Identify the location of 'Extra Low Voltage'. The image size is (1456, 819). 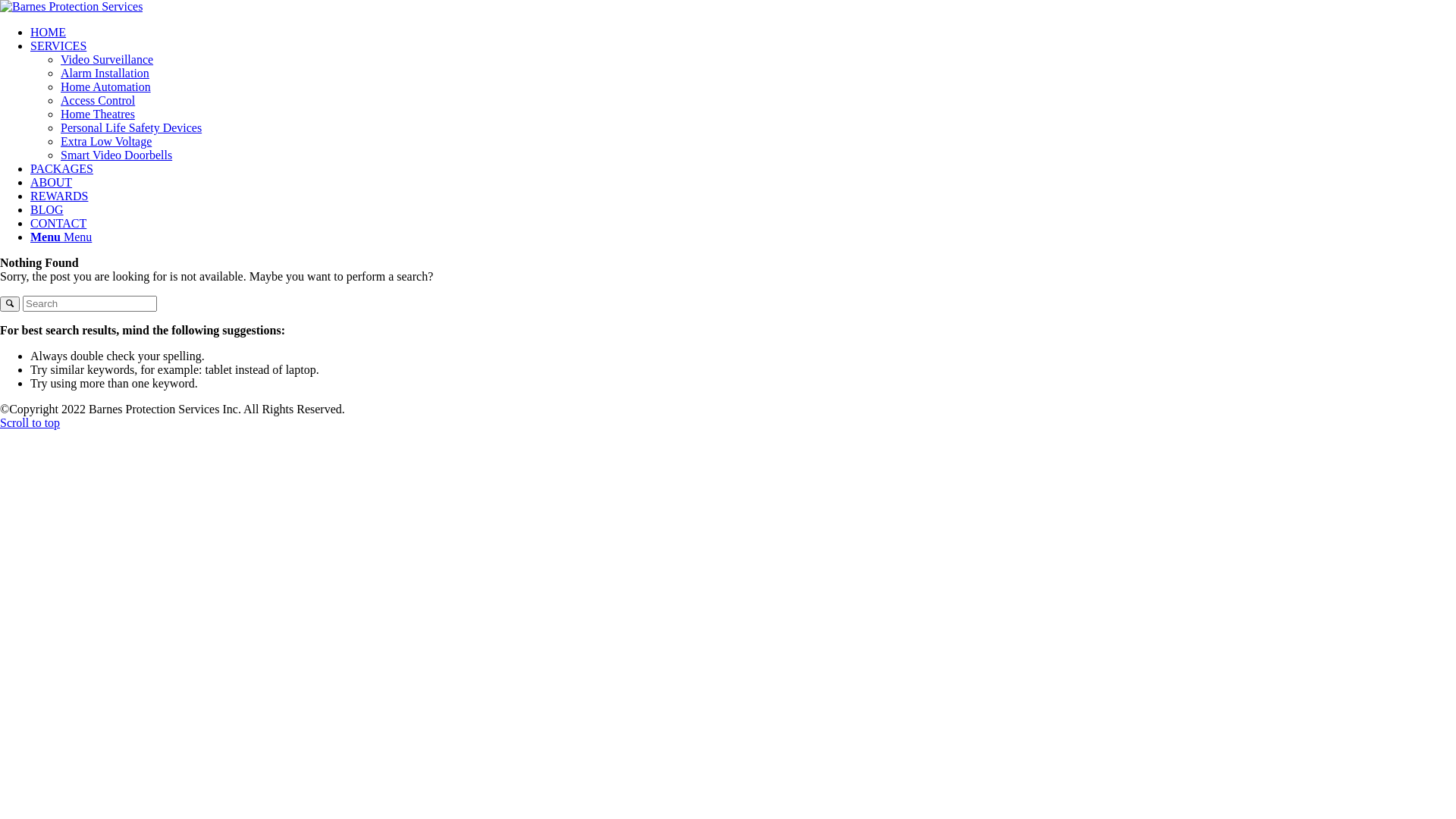
(105, 141).